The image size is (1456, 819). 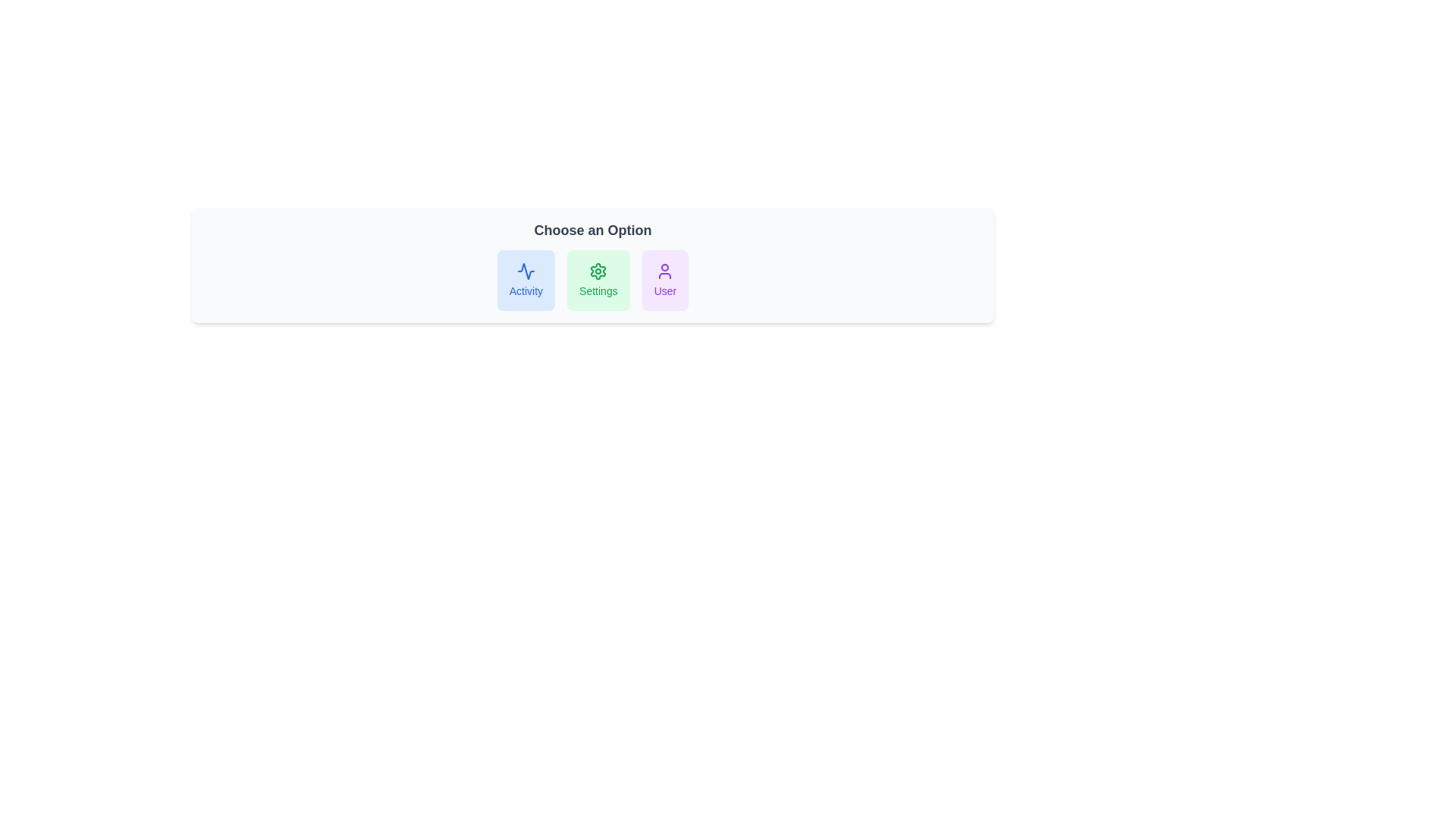 I want to click on the gear icon in the center of the green rectangular block labeled 'Settings', so click(x=598, y=271).